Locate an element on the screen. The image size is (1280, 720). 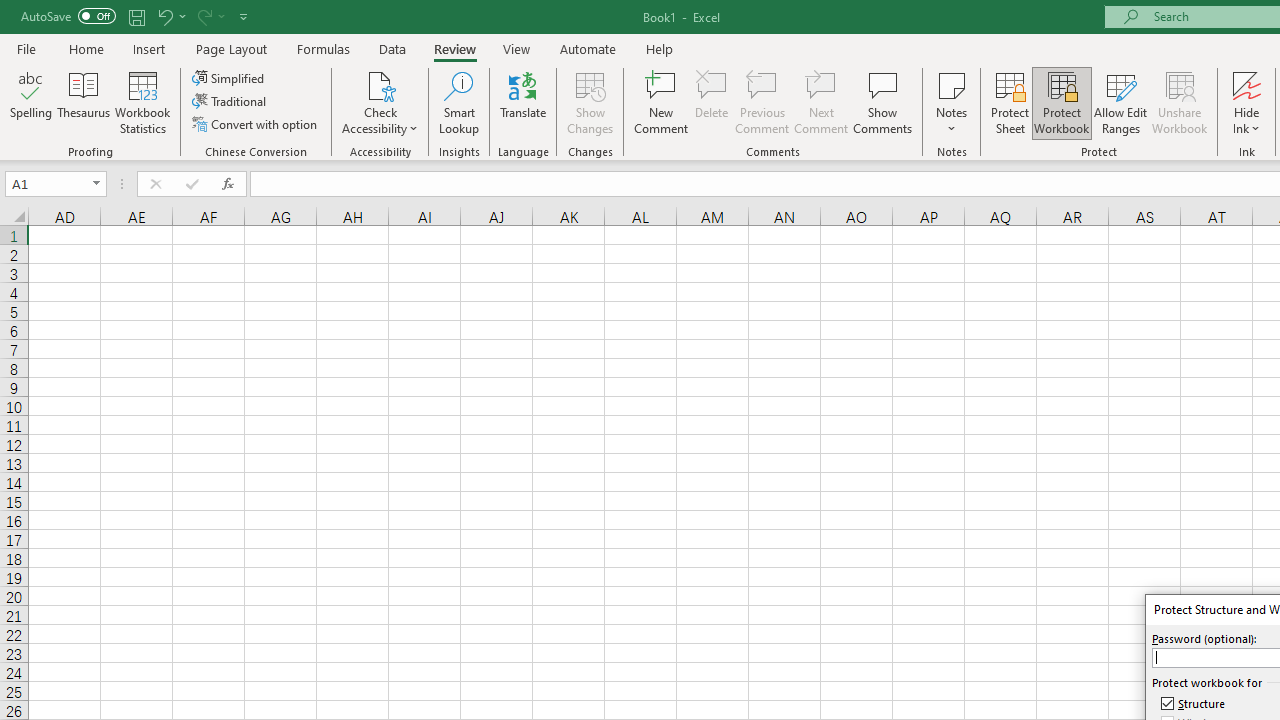
'Delete' is located at coordinates (712, 103).